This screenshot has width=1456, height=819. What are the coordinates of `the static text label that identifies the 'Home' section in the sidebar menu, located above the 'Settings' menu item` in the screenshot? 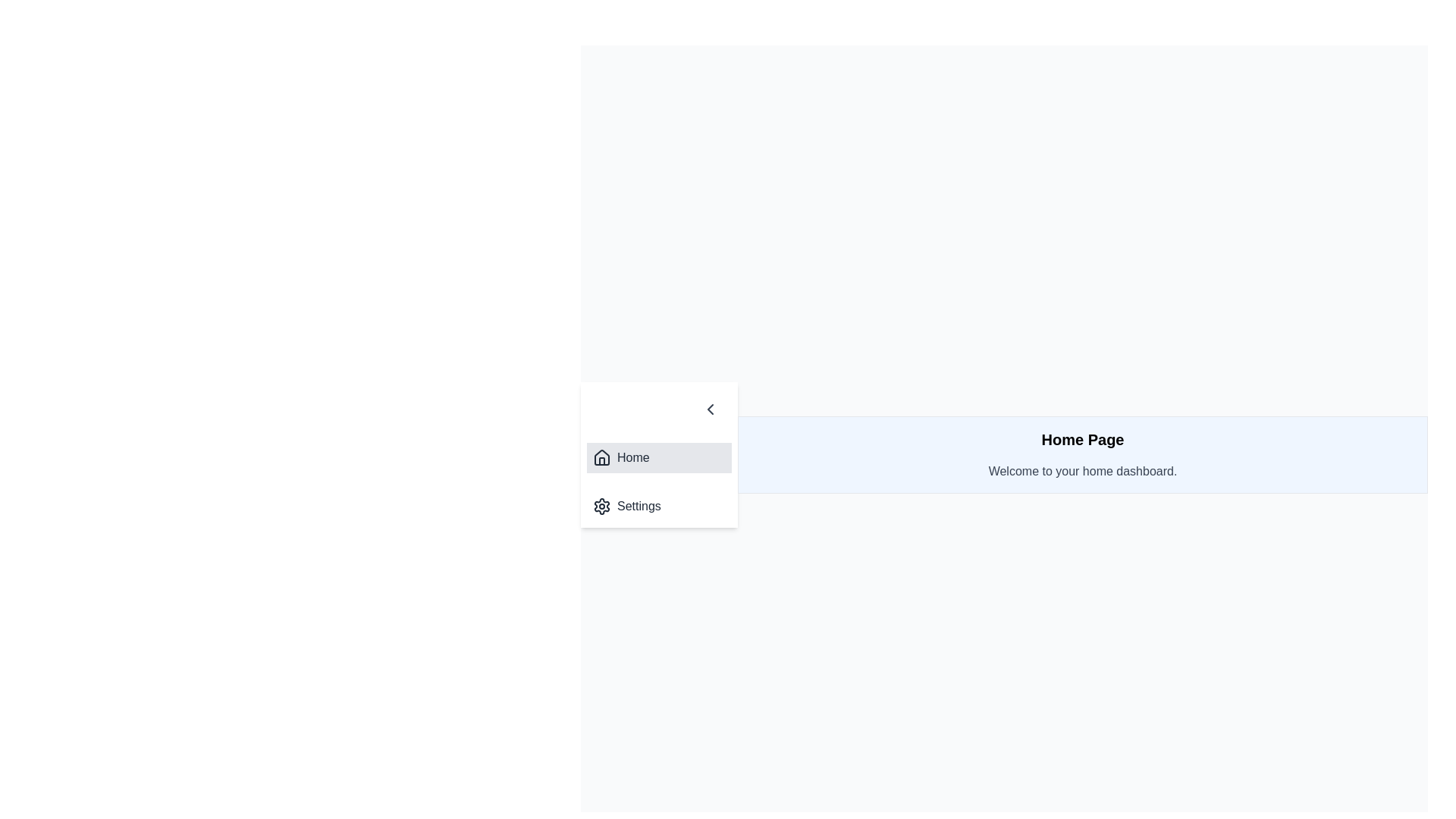 It's located at (633, 457).